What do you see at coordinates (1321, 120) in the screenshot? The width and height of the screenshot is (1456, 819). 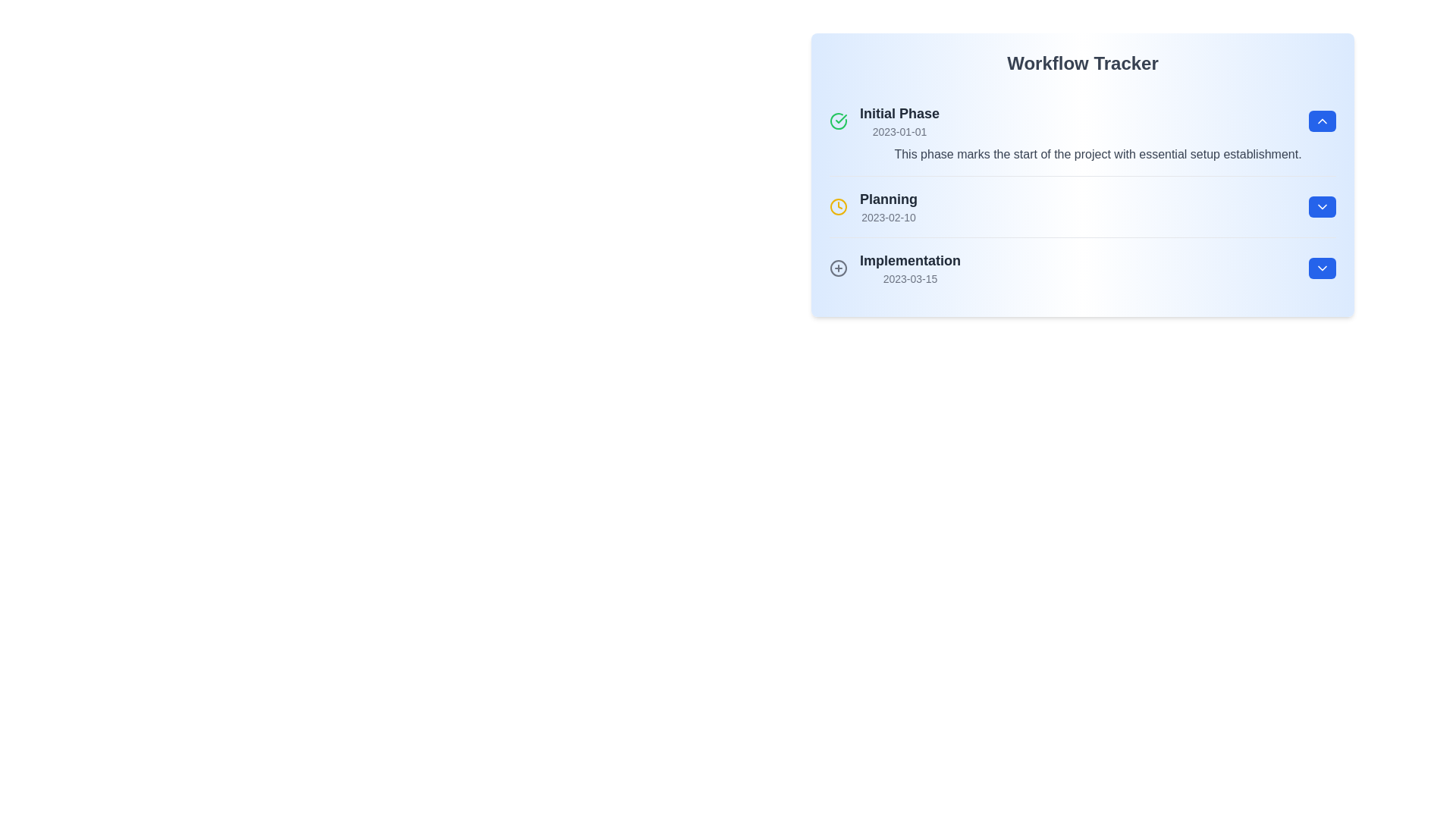 I see `the rectangular interactive button with a blue background and upward-pointing chevron icon located in the top-right corner of the first row of the workflow tracker` at bounding box center [1321, 120].